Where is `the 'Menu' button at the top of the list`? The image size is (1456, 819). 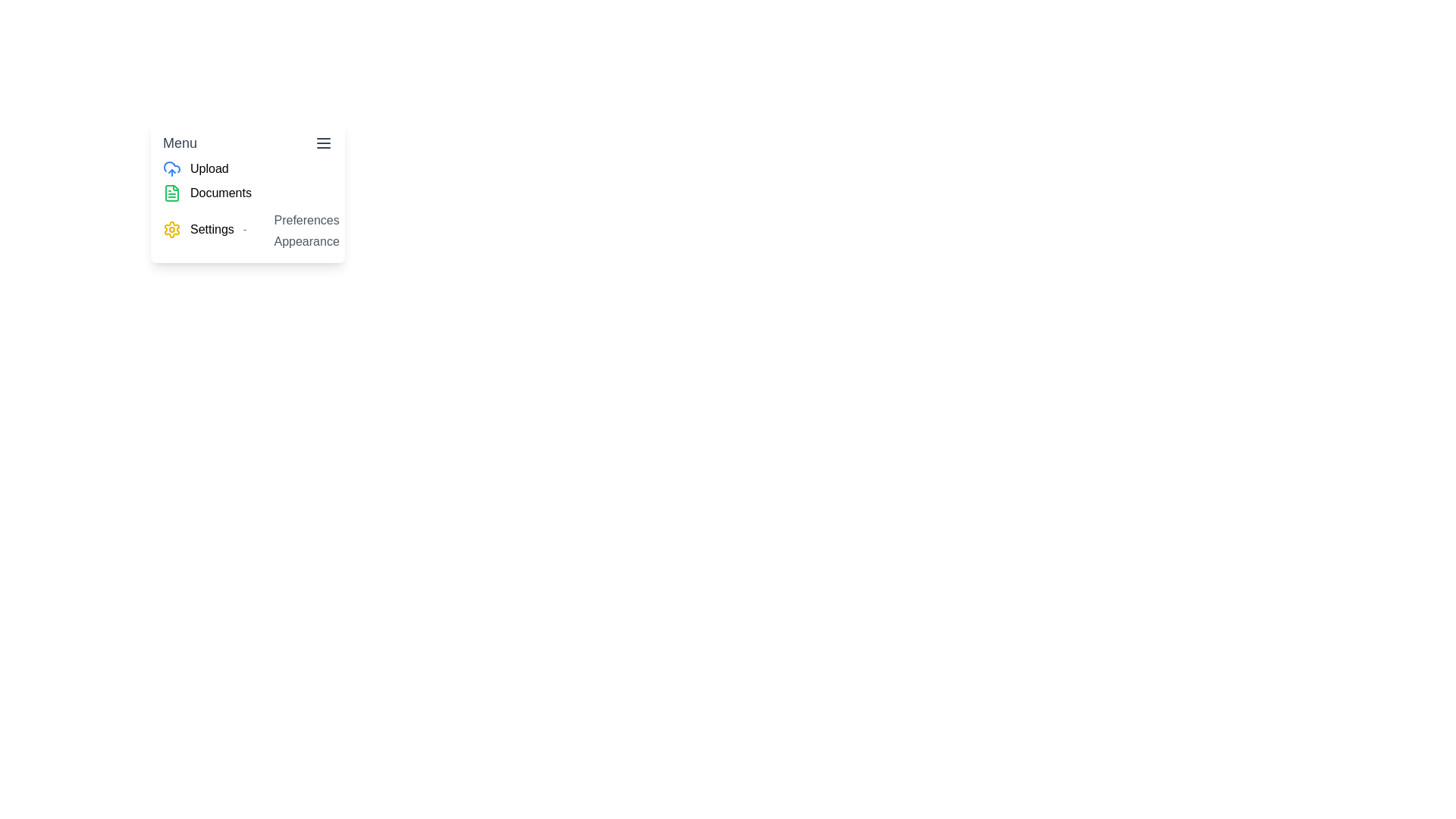 the 'Menu' button at the top of the list is located at coordinates (247, 143).